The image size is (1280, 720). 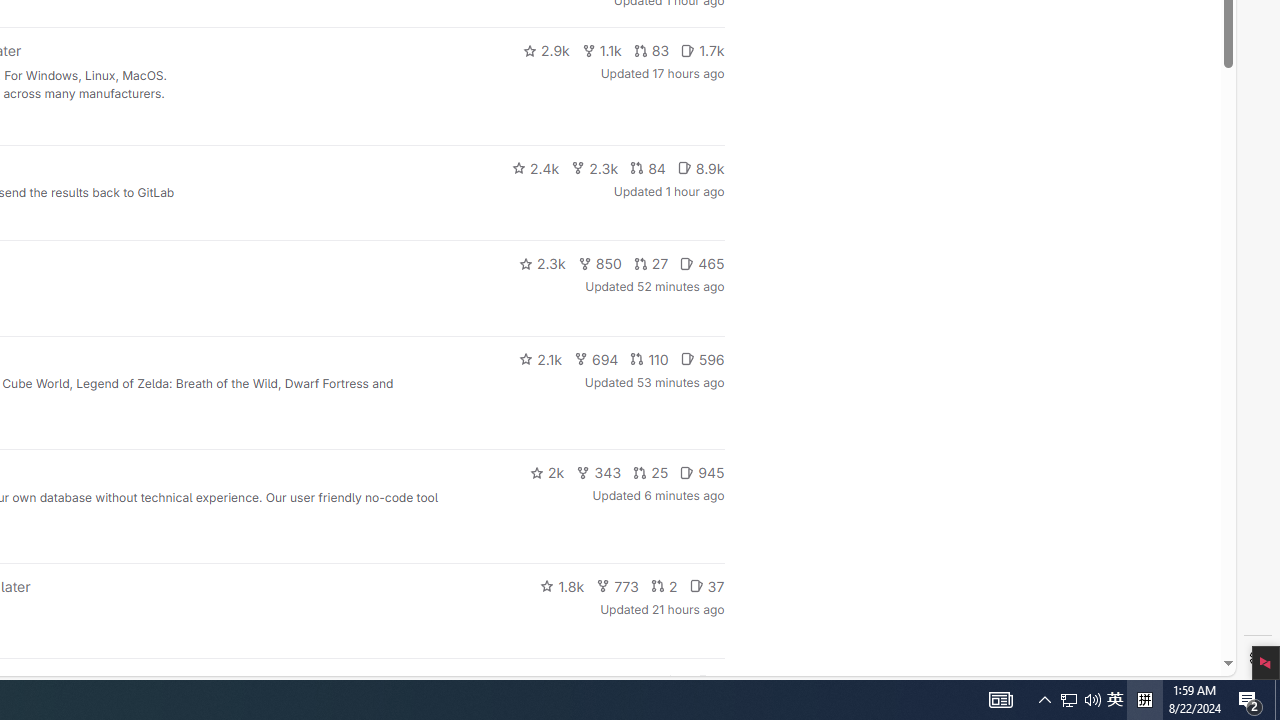 I want to click on '1.1k', so click(x=600, y=50).